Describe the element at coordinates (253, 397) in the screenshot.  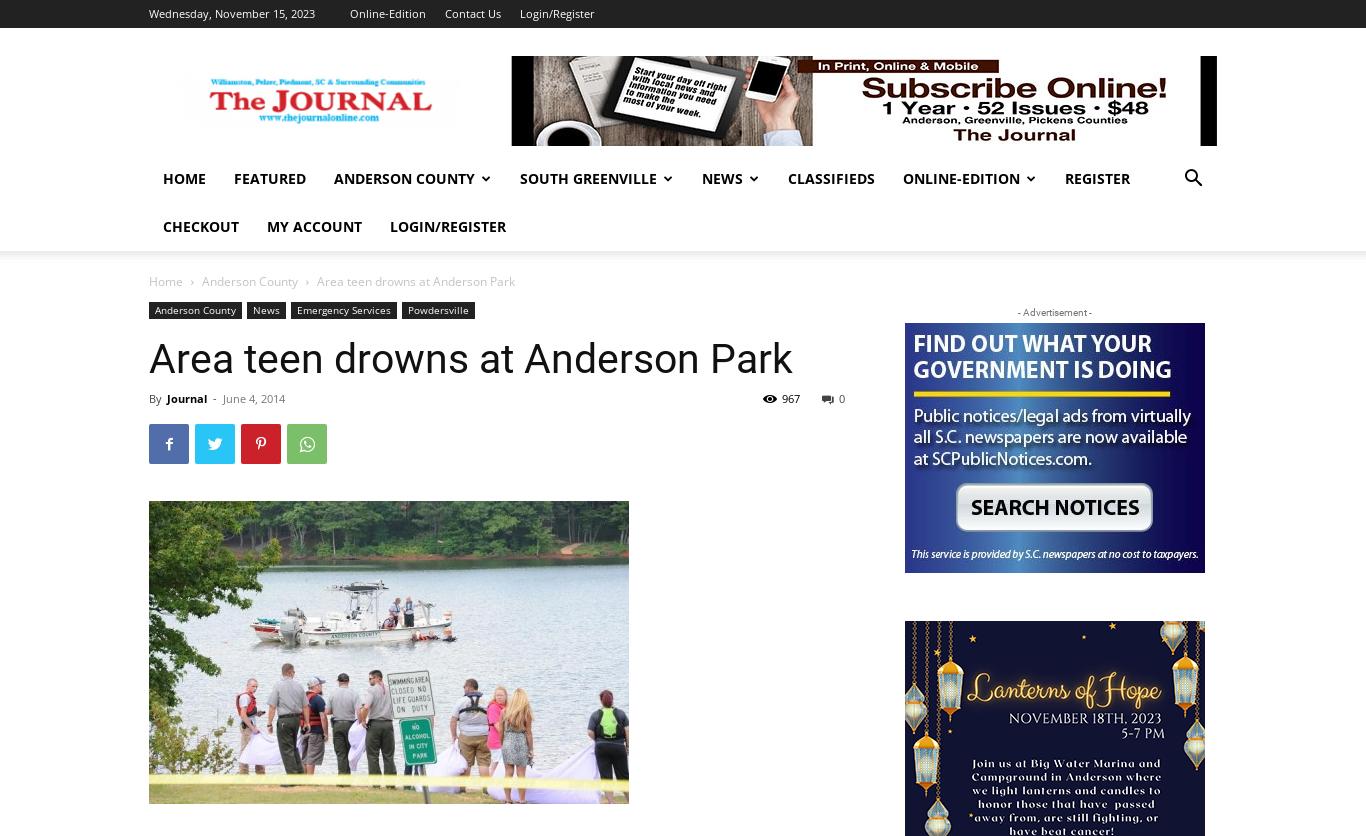
I see `'June 4, 2014'` at that location.